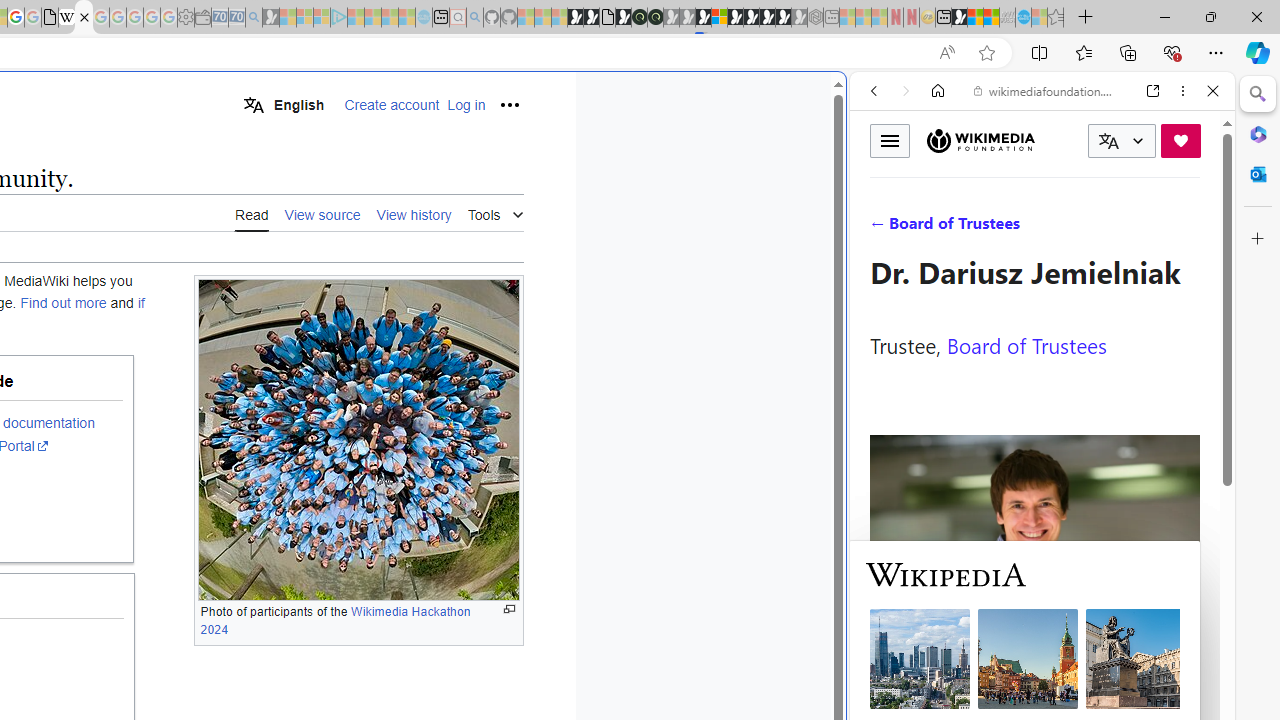  Describe the element at coordinates (473, 17) in the screenshot. I see `'github - Search - Sleeping'` at that location.